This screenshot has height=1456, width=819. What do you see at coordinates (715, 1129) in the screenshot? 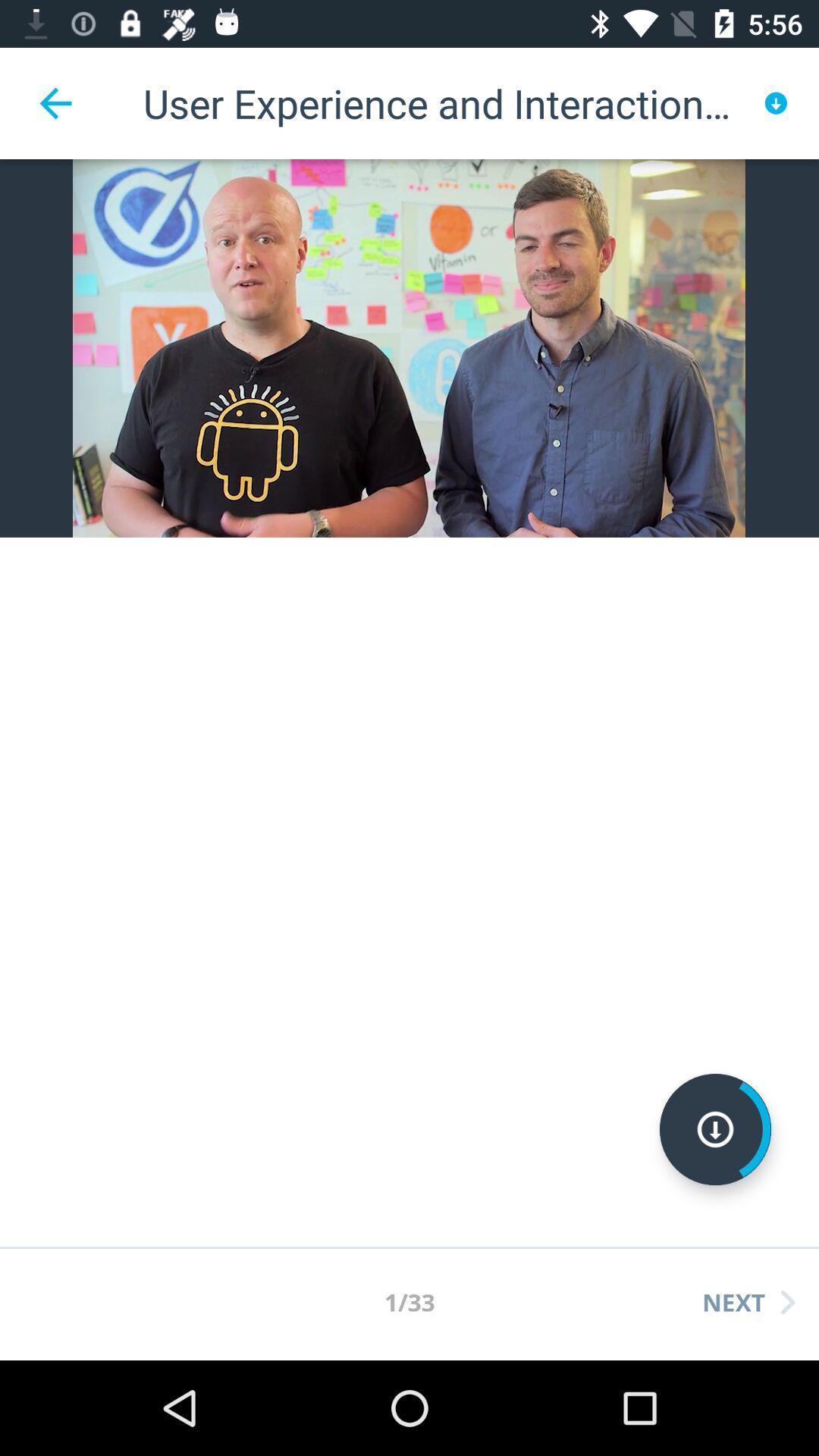
I see `the file_download icon` at bounding box center [715, 1129].